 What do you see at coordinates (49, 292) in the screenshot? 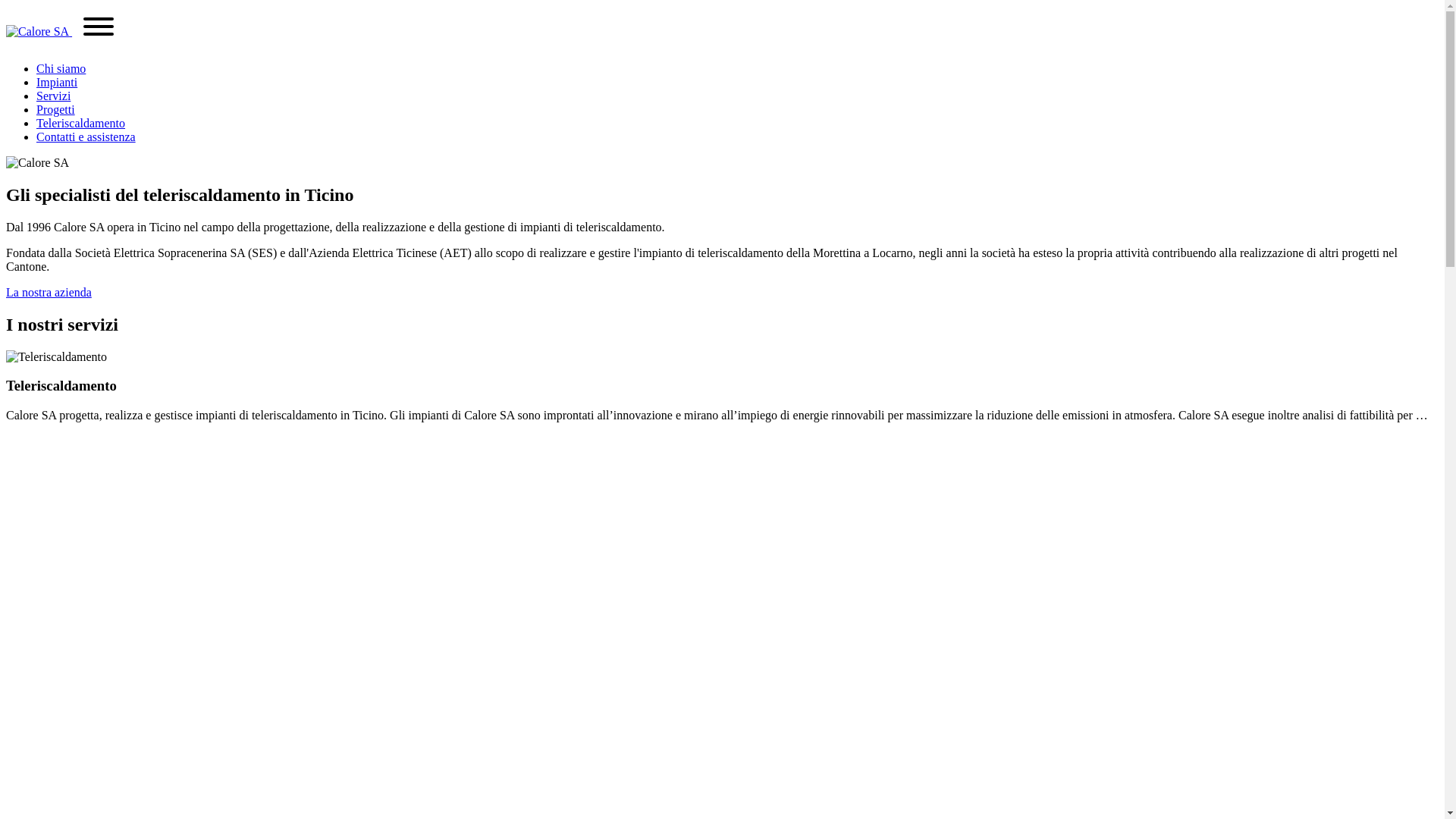
I see `'La nostra azienda'` at bounding box center [49, 292].